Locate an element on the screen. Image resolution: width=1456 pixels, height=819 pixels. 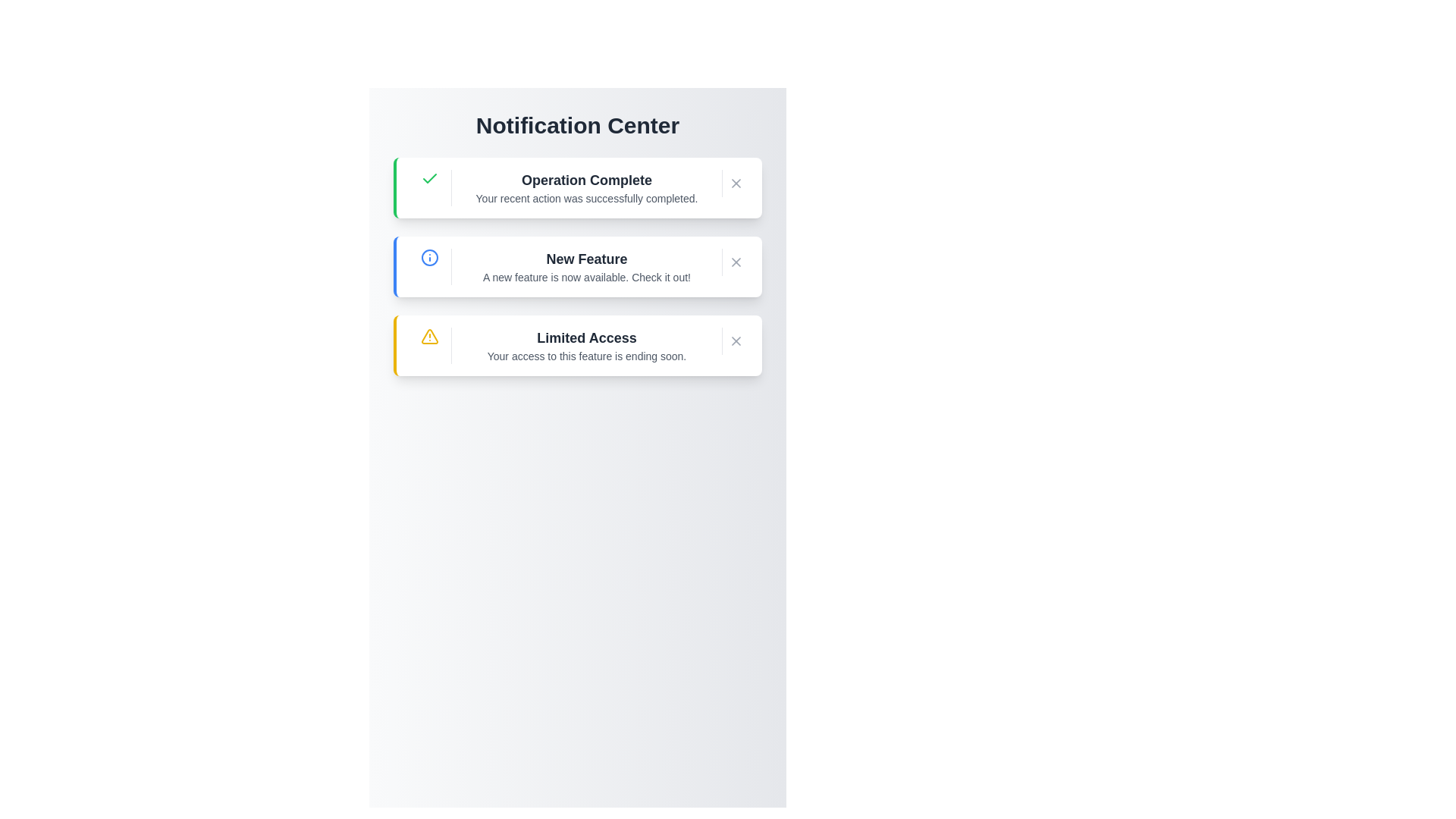
the circular vector graphic element that serves as a visual indicator within the informational icon of the 'New Feature' notification card is located at coordinates (428, 256).